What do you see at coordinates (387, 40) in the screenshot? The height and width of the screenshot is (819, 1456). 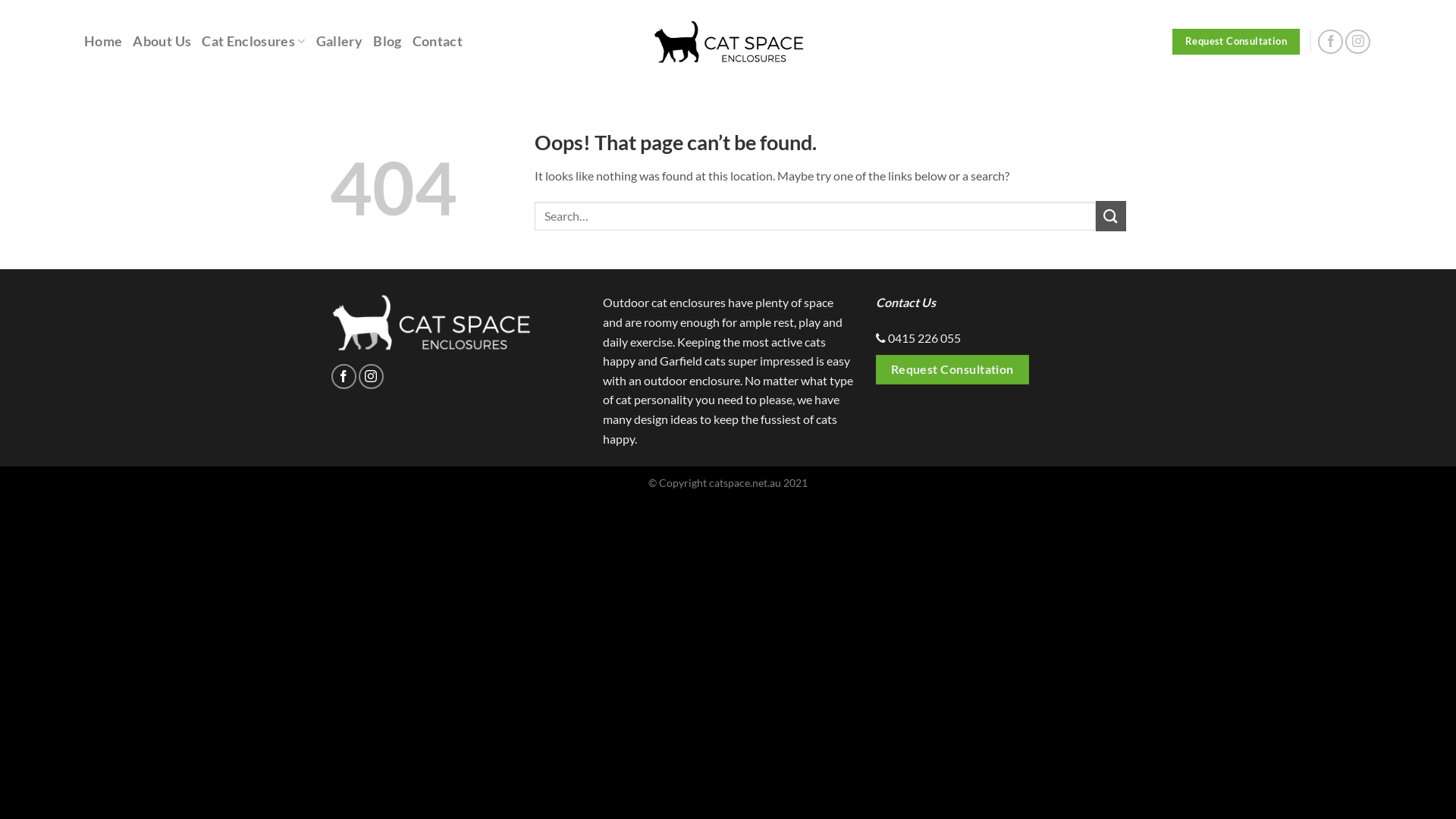 I see `'Blog'` at bounding box center [387, 40].